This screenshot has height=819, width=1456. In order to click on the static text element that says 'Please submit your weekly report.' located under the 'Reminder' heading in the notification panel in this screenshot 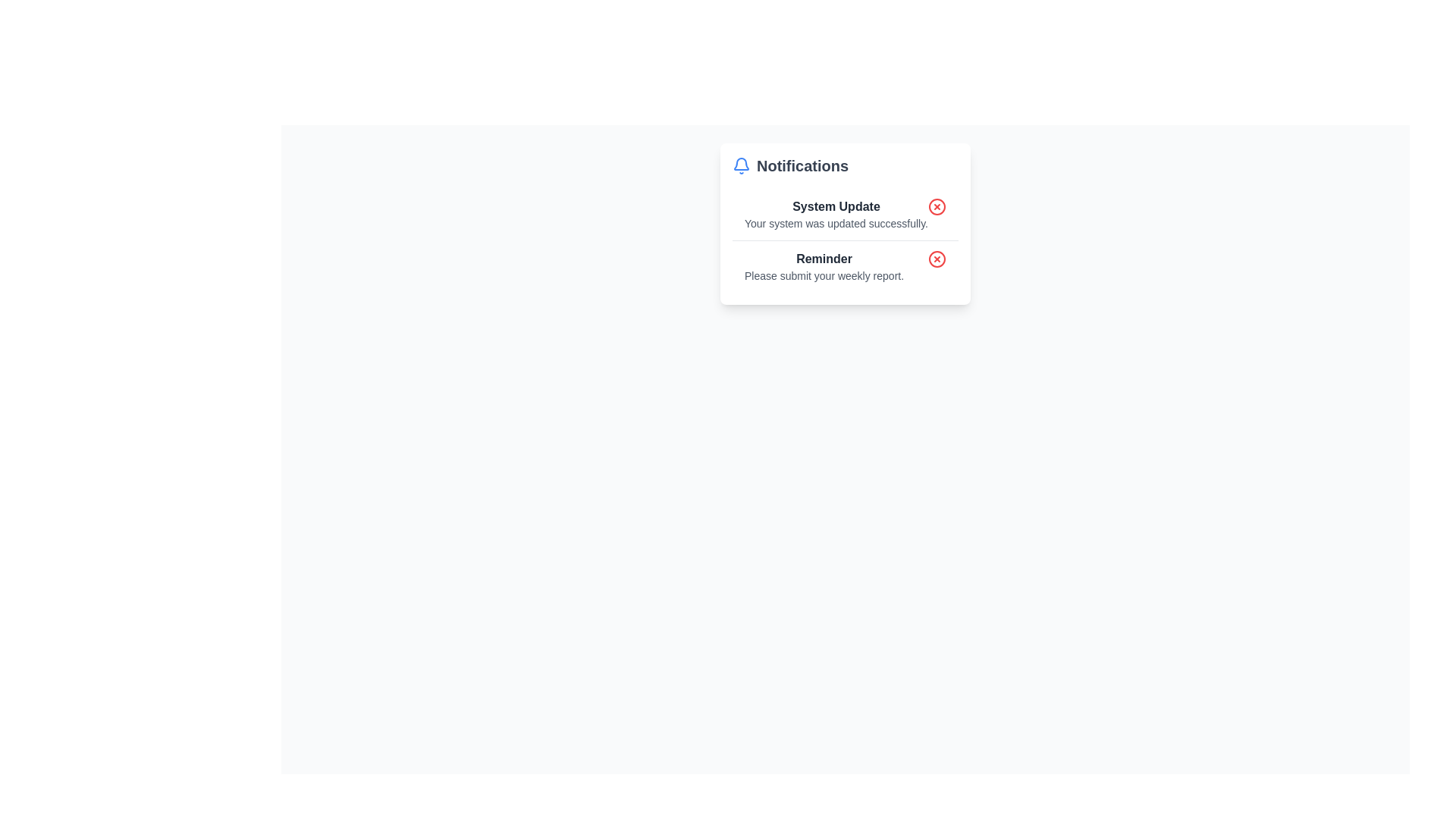, I will do `click(824, 275)`.